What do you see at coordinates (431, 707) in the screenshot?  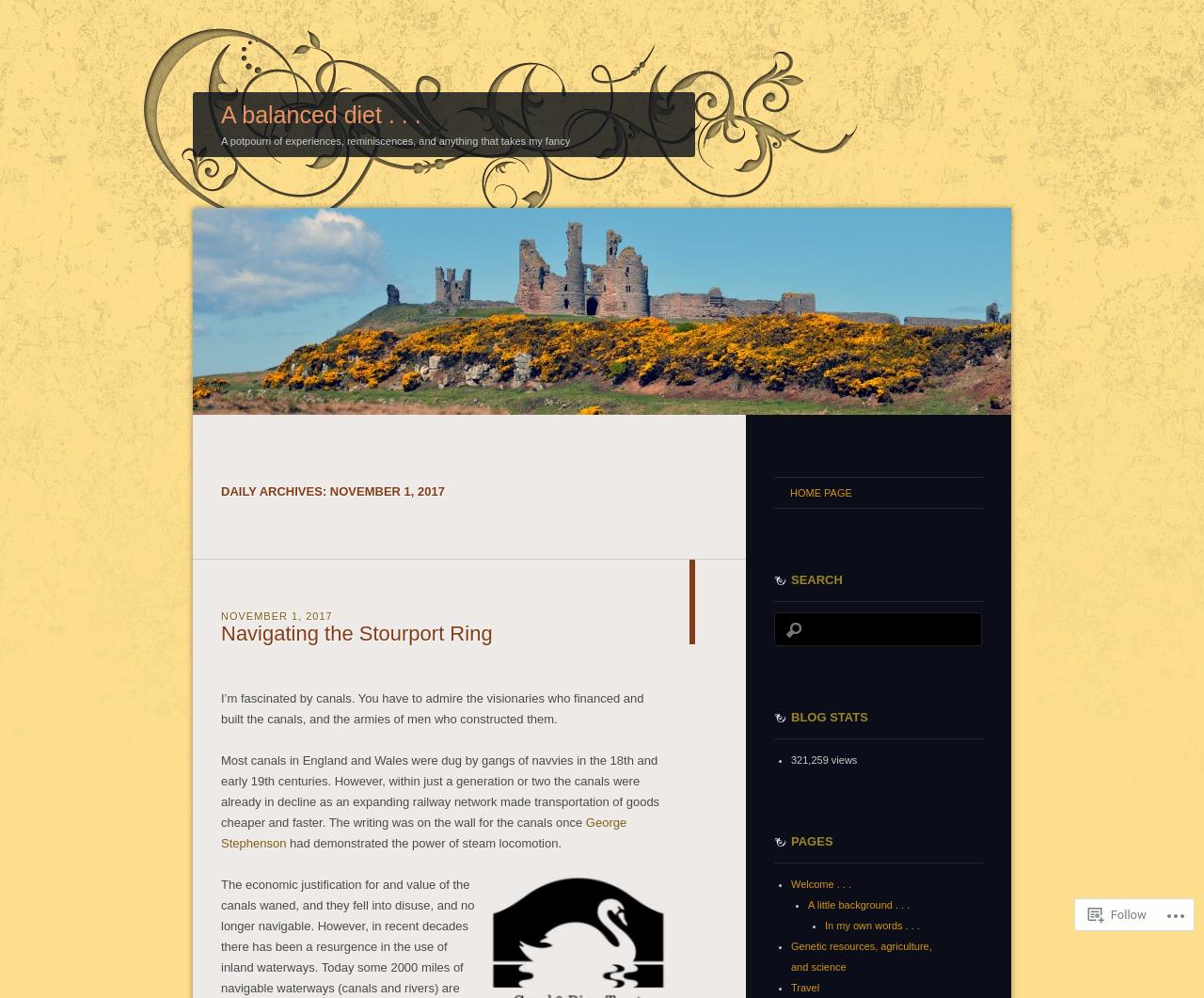 I see `'I’m fascinated by canals. You have to admire the visionaries who financed and built the canals, and the armies of men who constructed them.'` at bounding box center [431, 707].